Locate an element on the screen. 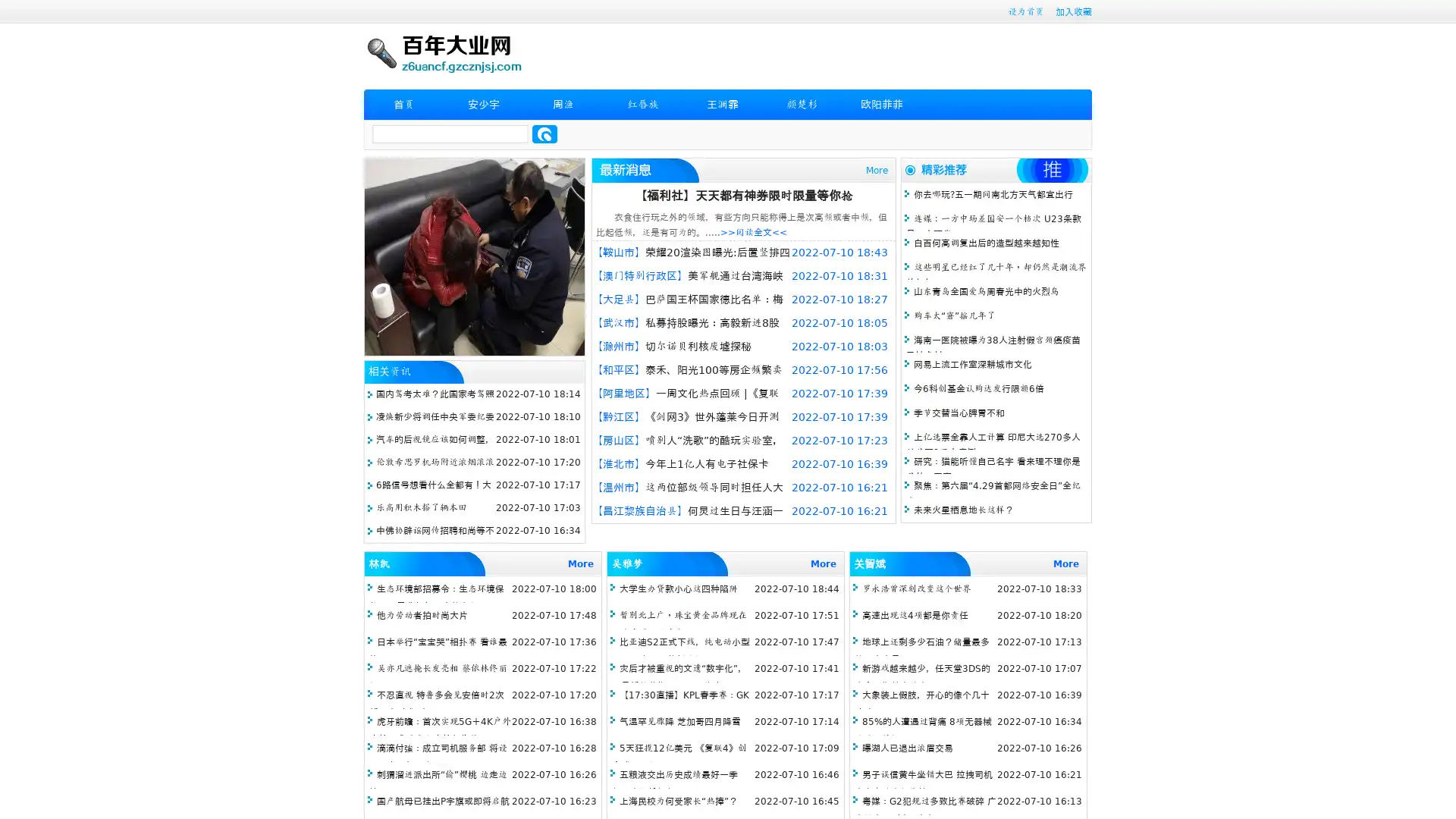 The image size is (1456, 819). Search is located at coordinates (544, 133).